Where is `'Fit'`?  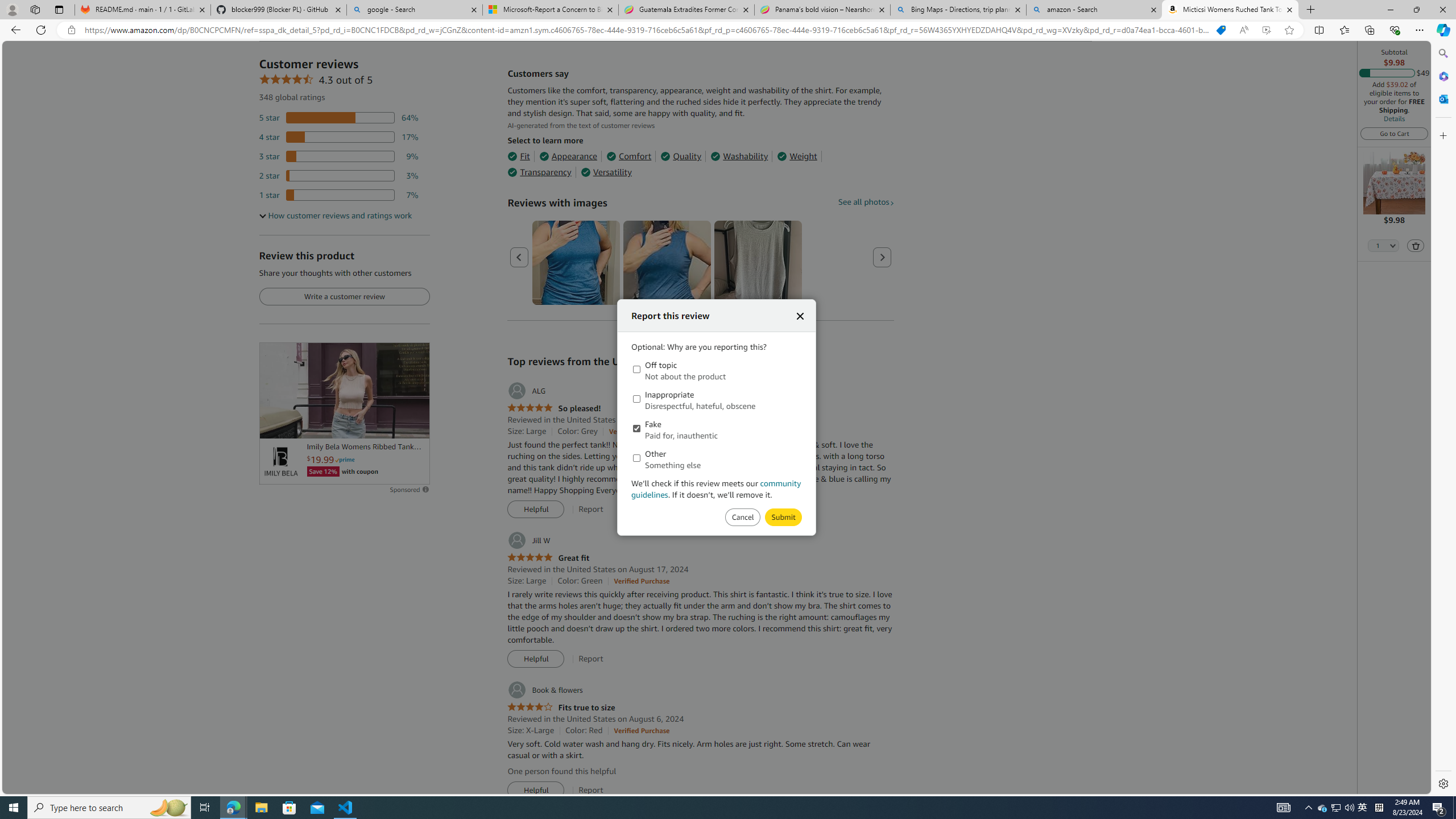 'Fit' is located at coordinates (518, 156).